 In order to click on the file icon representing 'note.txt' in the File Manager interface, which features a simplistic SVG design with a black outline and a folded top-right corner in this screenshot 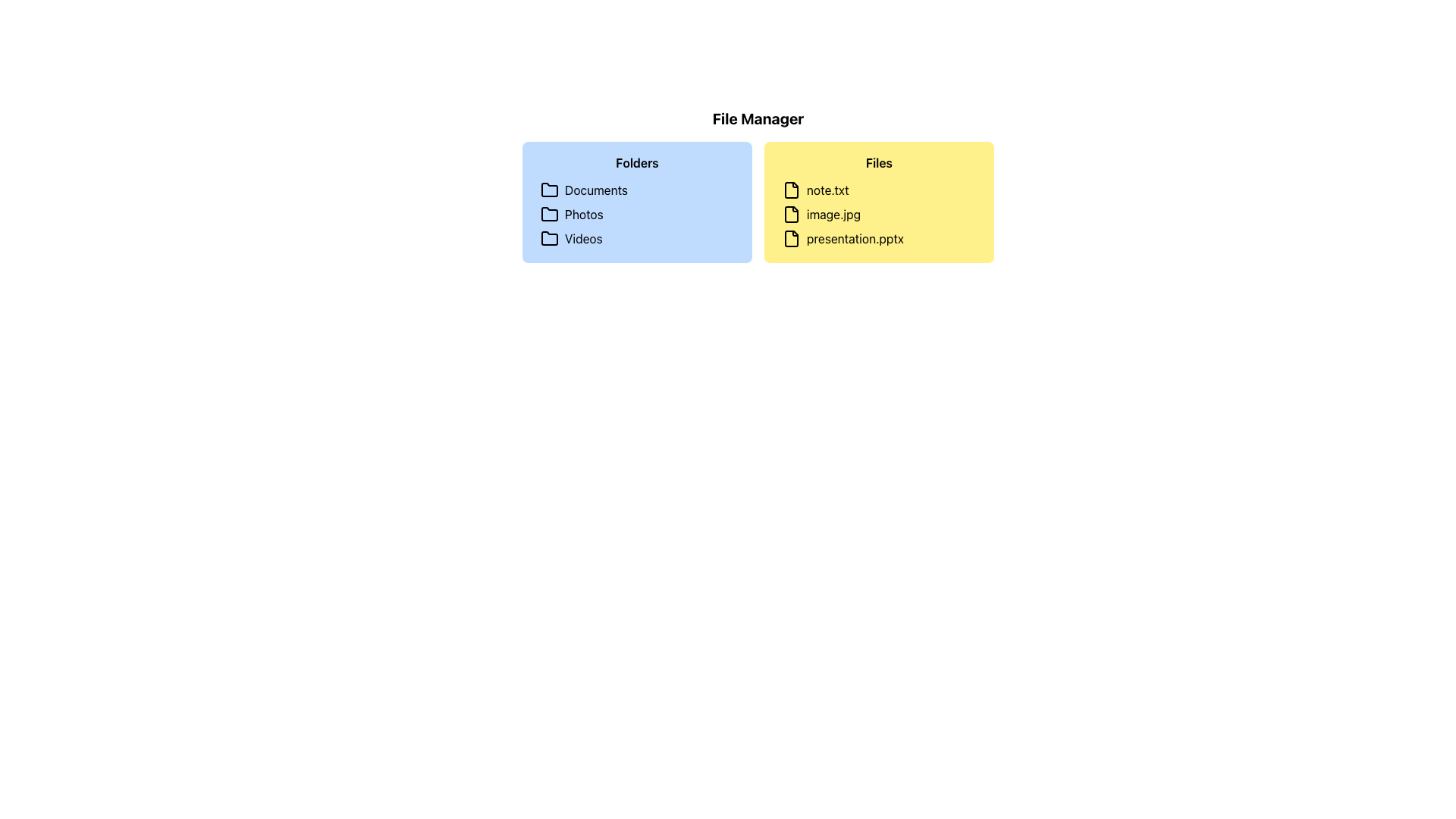, I will do `click(790, 189)`.